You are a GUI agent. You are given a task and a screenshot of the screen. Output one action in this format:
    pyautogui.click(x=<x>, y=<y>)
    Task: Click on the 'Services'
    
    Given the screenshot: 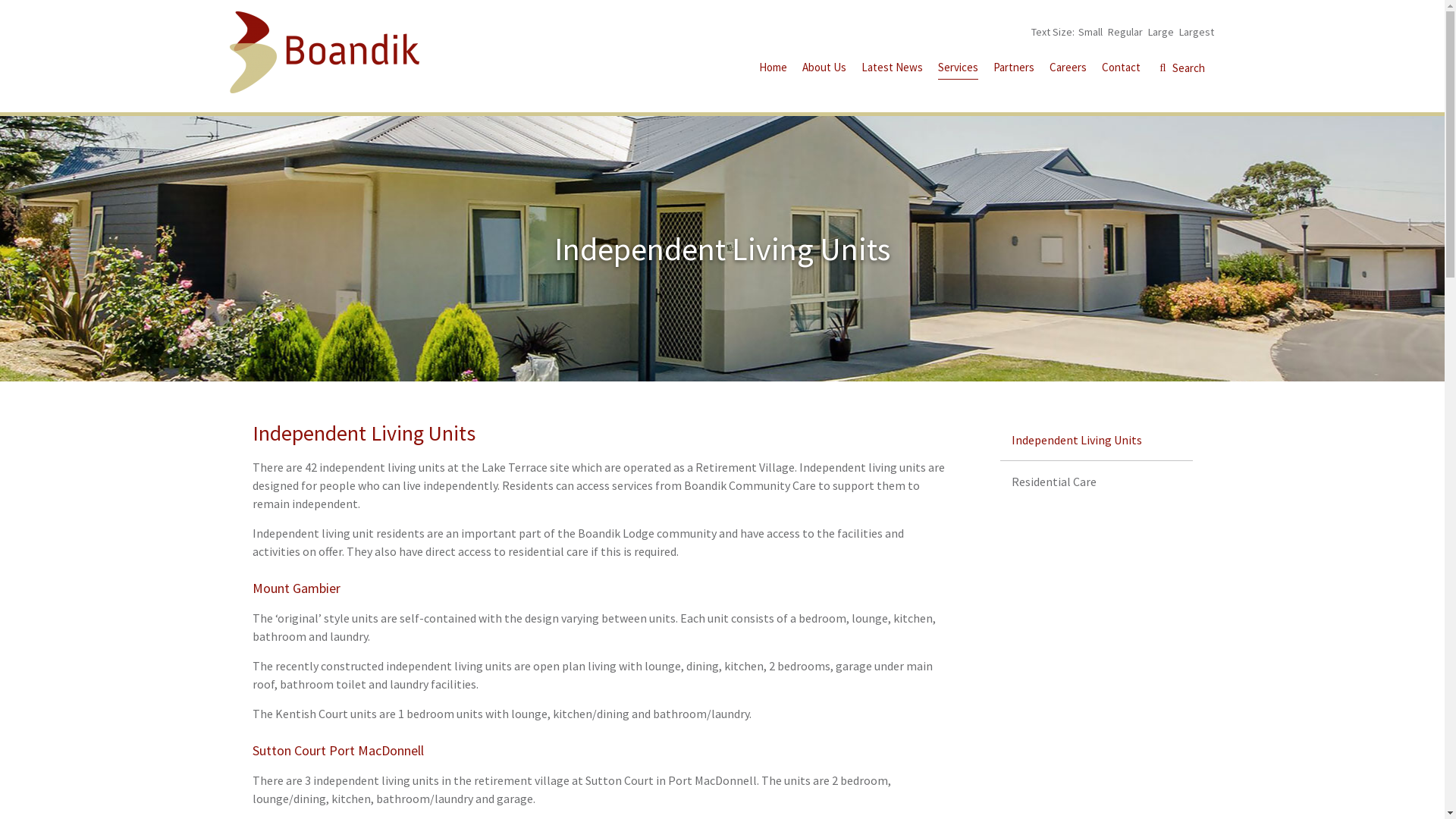 What is the action you would take?
    pyautogui.click(x=956, y=70)
    